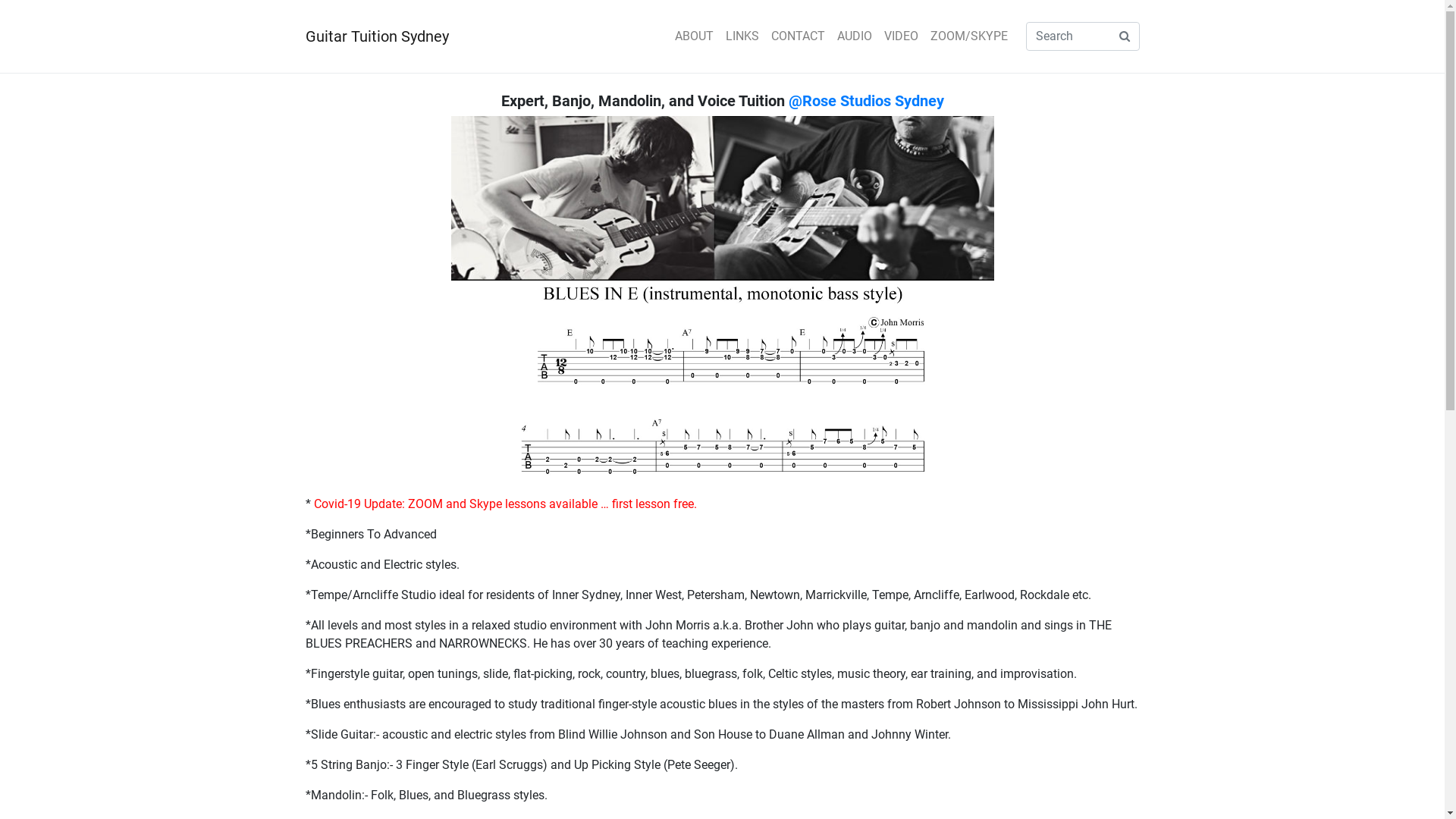  What do you see at coordinates (877, 35) in the screenshot?
I see `'VIDEO'` at bounding box center [877, 35].